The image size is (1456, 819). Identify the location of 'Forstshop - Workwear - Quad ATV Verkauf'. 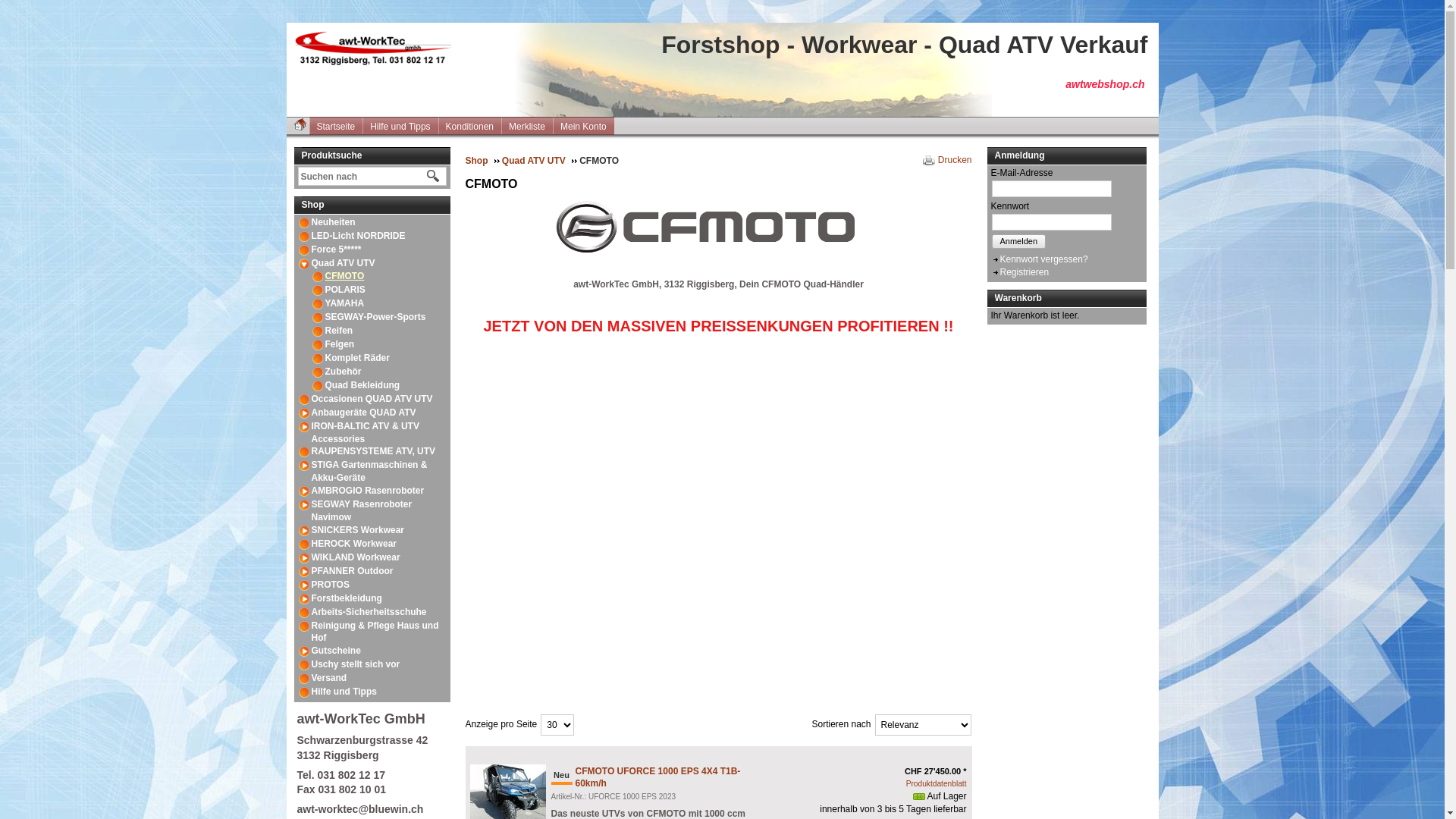
(904, 43).